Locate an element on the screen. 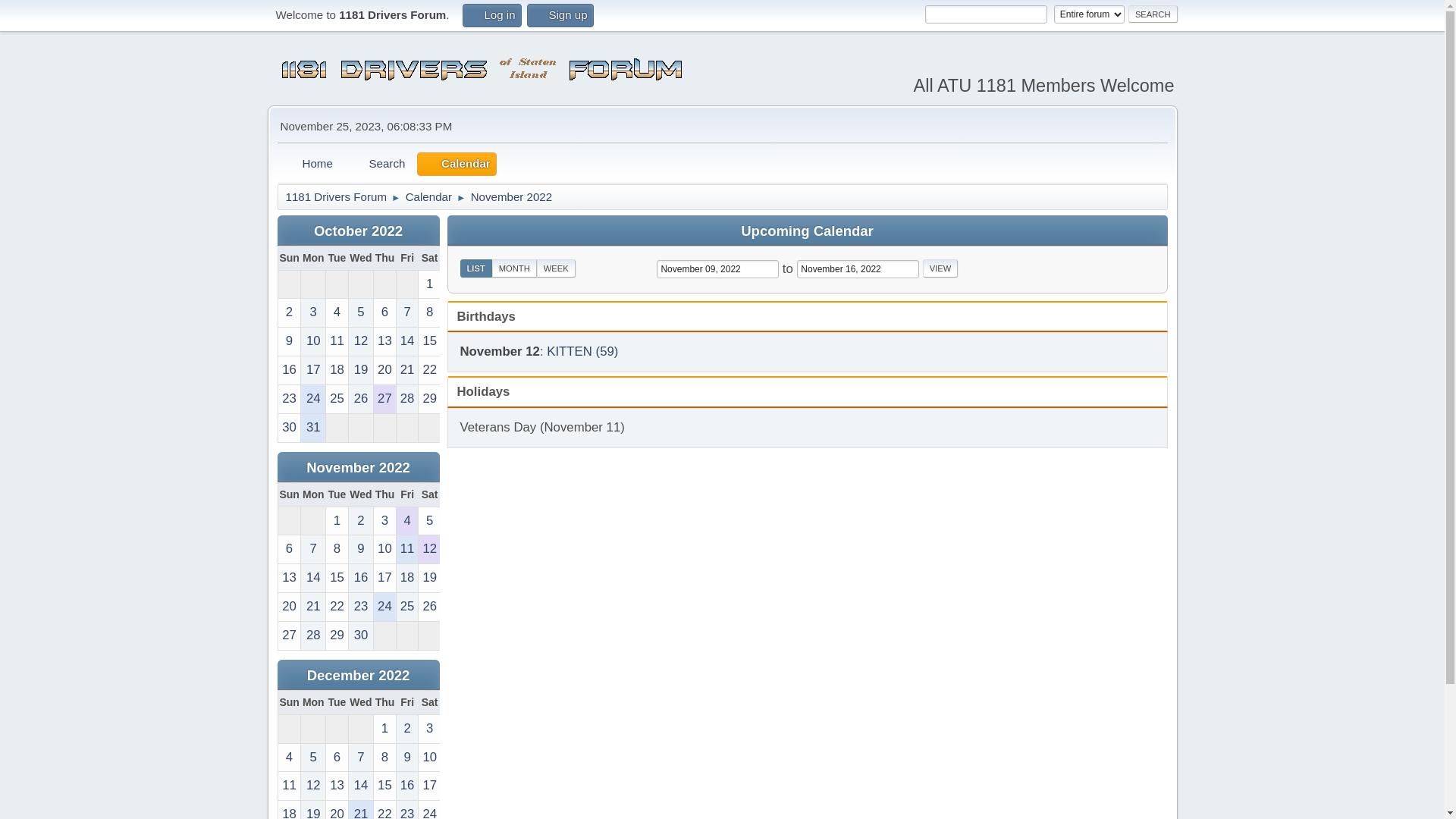  '10' is located at coordinates (428, 758).